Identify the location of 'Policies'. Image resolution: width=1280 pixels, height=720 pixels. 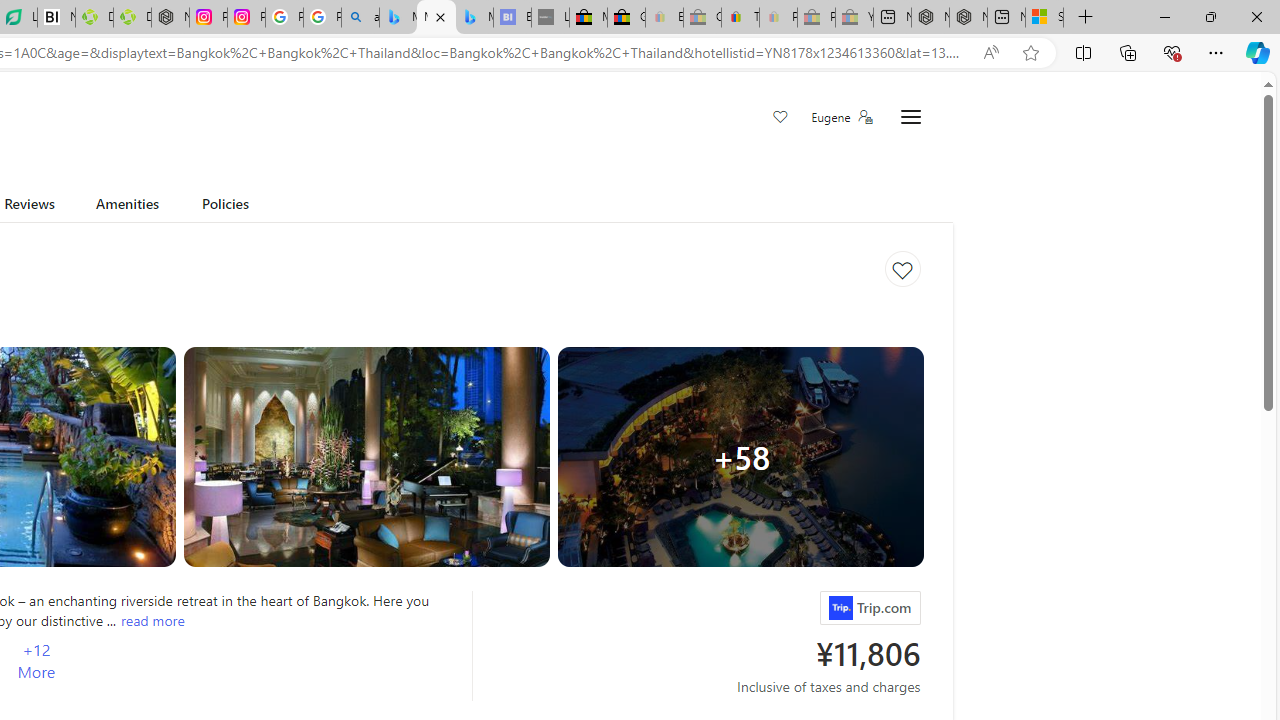
(225, 207).